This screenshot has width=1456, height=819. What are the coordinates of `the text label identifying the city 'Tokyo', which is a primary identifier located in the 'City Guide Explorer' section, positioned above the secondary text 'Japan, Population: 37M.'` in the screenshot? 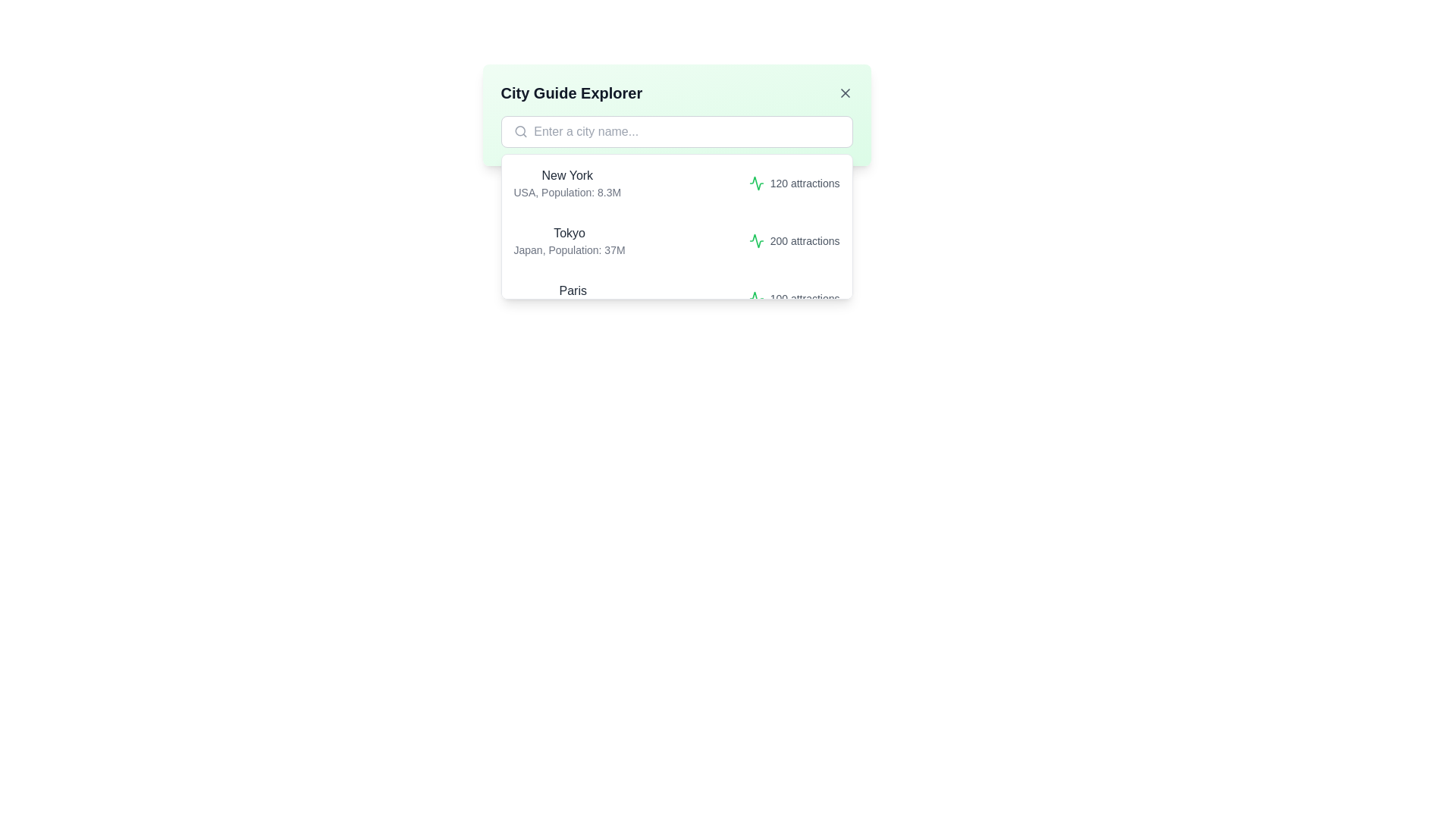 It's located at (569, 234).